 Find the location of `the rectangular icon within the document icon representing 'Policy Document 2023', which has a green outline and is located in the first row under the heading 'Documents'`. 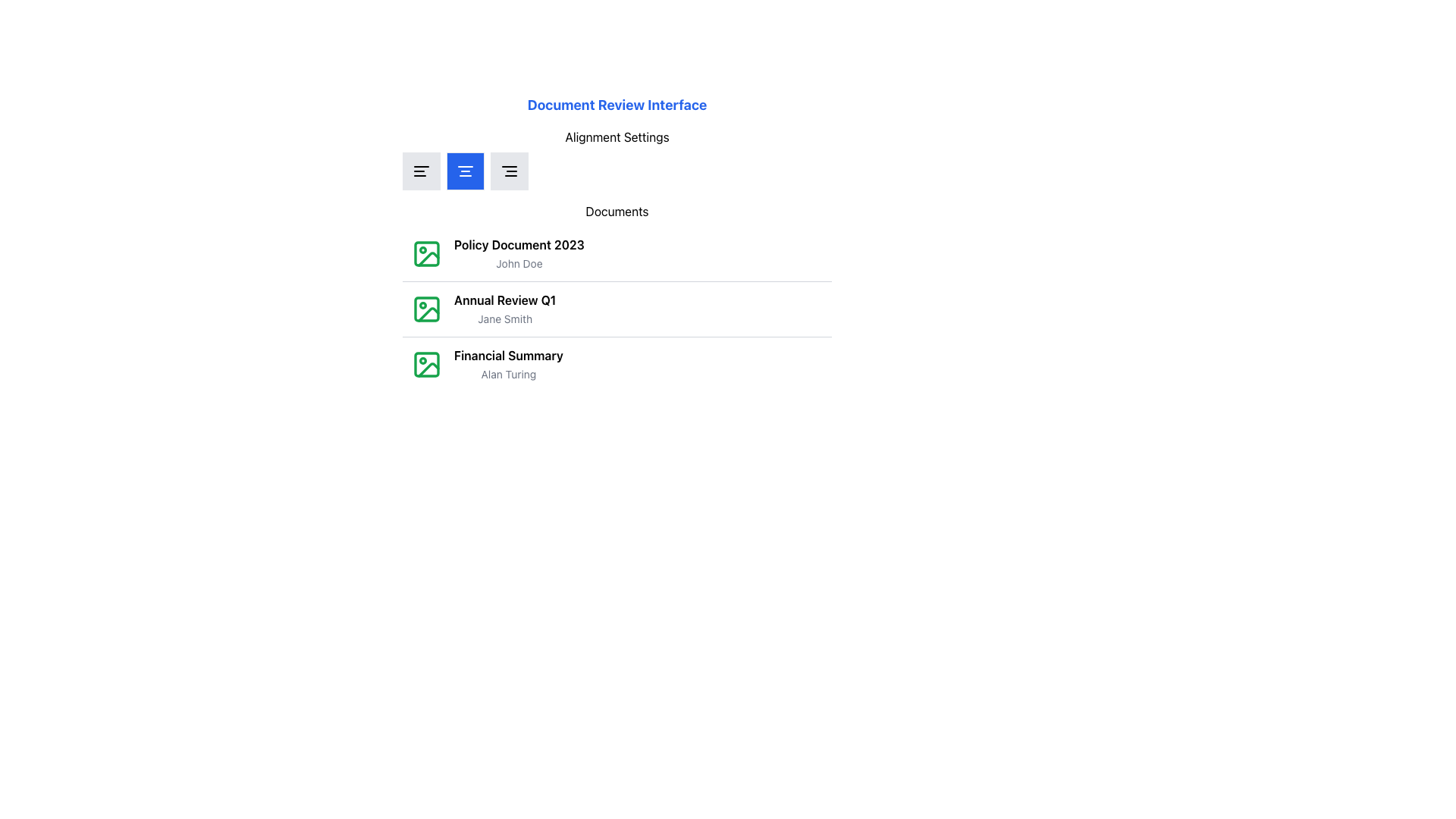

the rectangular icon within the document icon representing 'Policy Document 2023', which has a green outline and is located in the first row under the heading 'Documents' is located at coordinates (425, 253).